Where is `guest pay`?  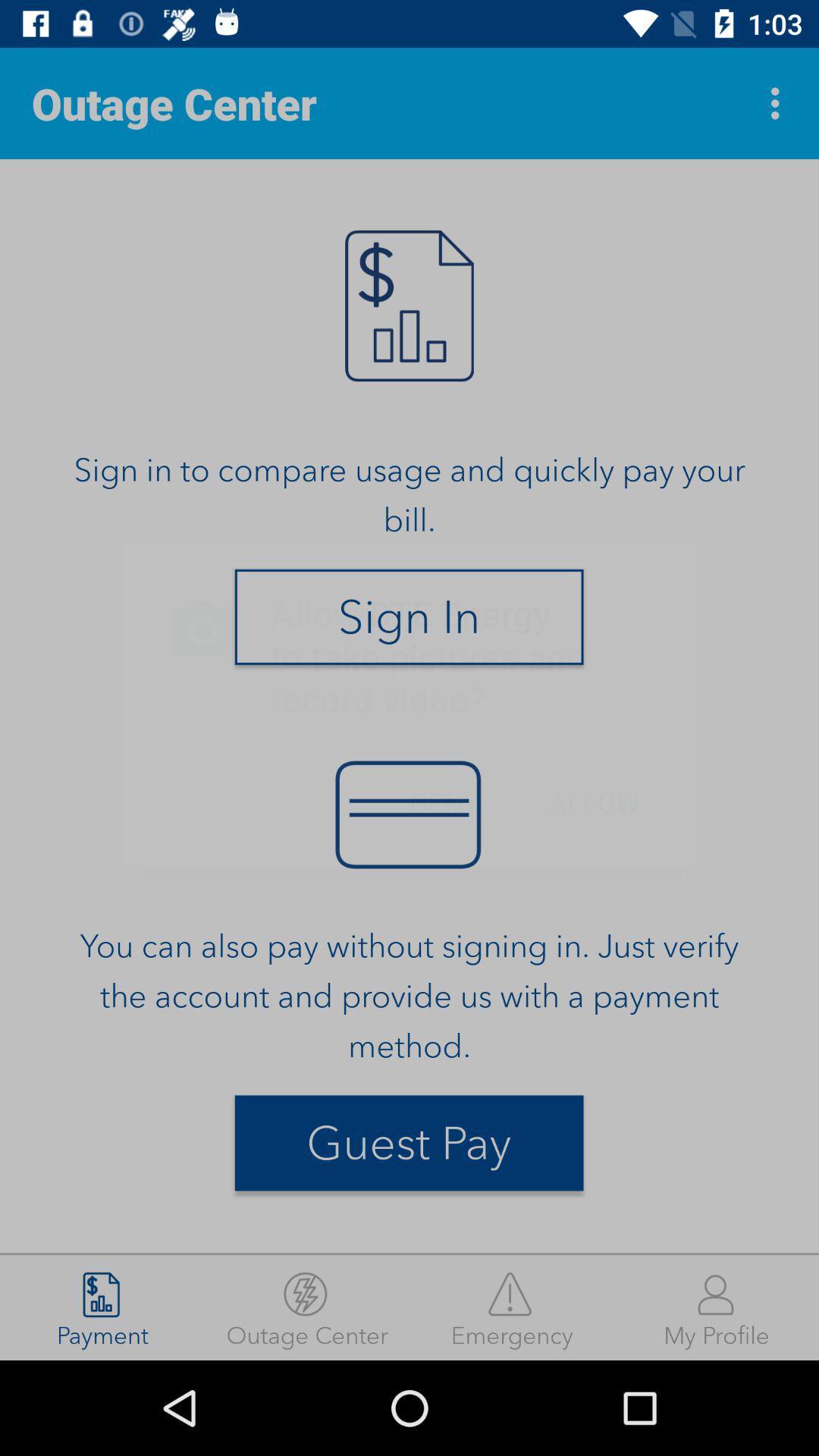
guest pay is located at coordinates (409, 1143).